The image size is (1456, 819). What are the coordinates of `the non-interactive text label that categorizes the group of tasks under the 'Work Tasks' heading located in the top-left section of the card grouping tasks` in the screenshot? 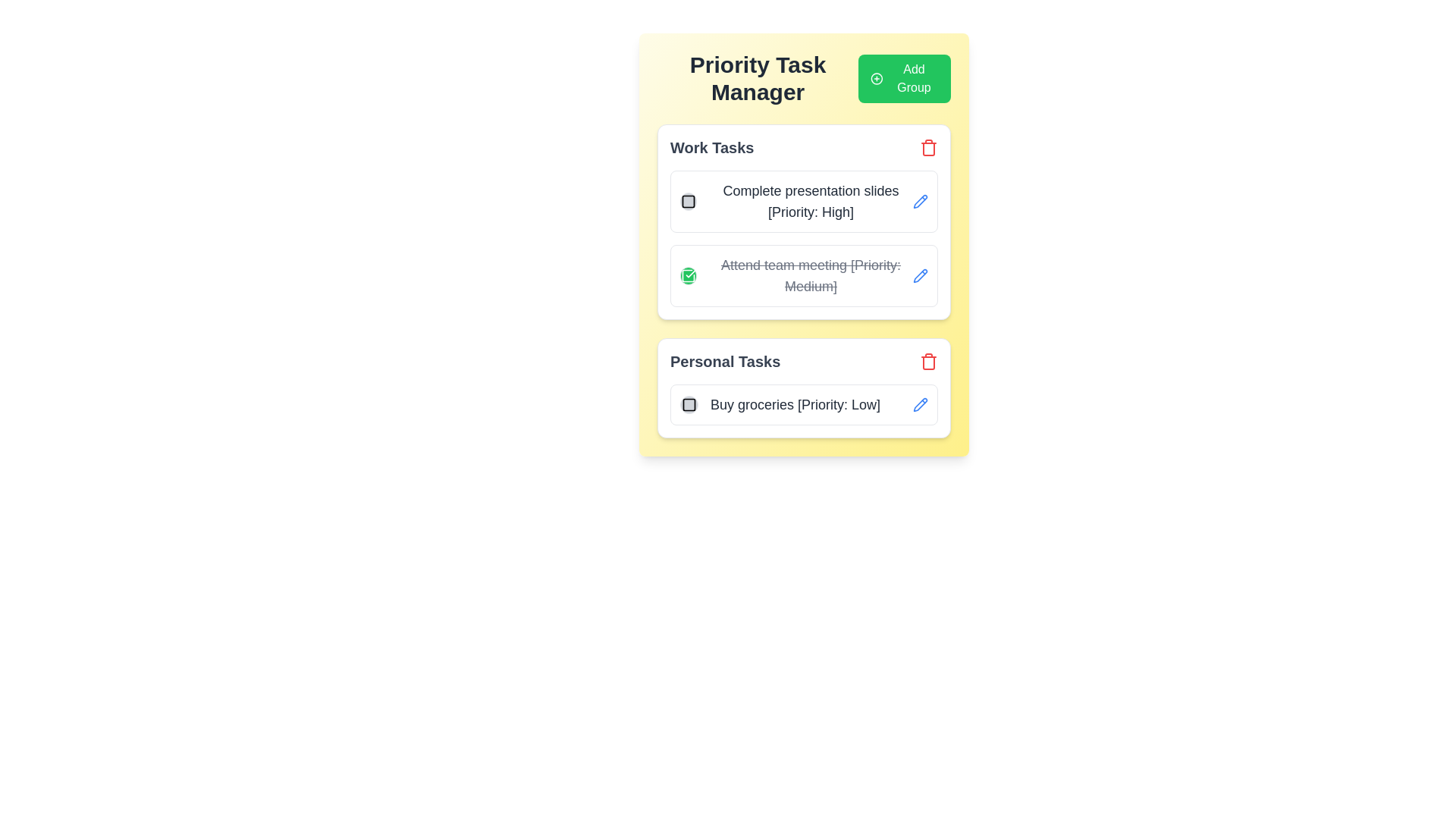 It's located at (711, 148).